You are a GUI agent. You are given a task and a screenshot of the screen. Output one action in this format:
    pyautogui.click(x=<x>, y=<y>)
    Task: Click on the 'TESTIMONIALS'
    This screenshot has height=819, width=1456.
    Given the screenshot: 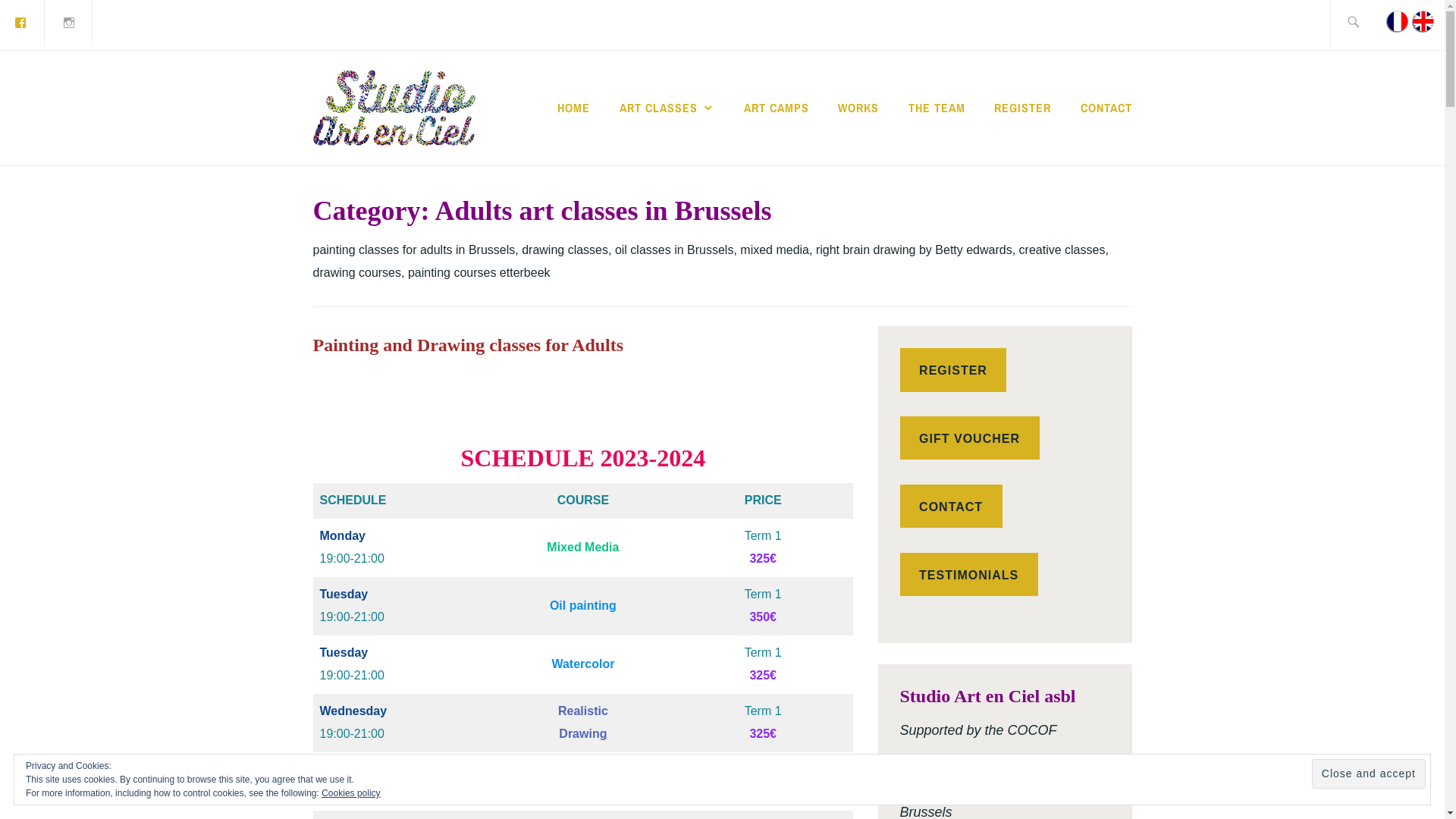 What is the action you would take?
    pyautogui.click(x=899, y=575)
    